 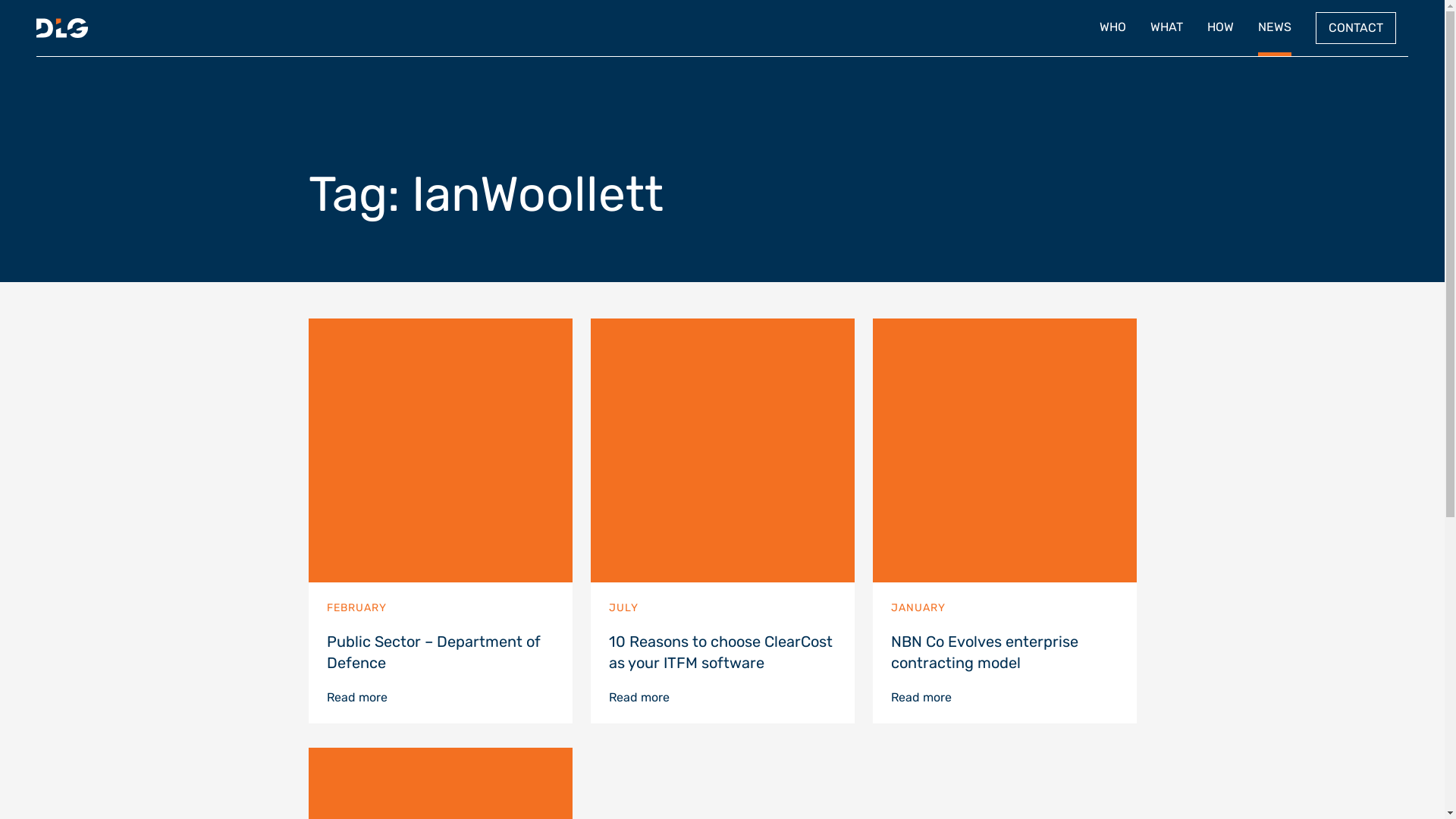 I want to click on 'JANUARY, so click(x=1004, y=503).